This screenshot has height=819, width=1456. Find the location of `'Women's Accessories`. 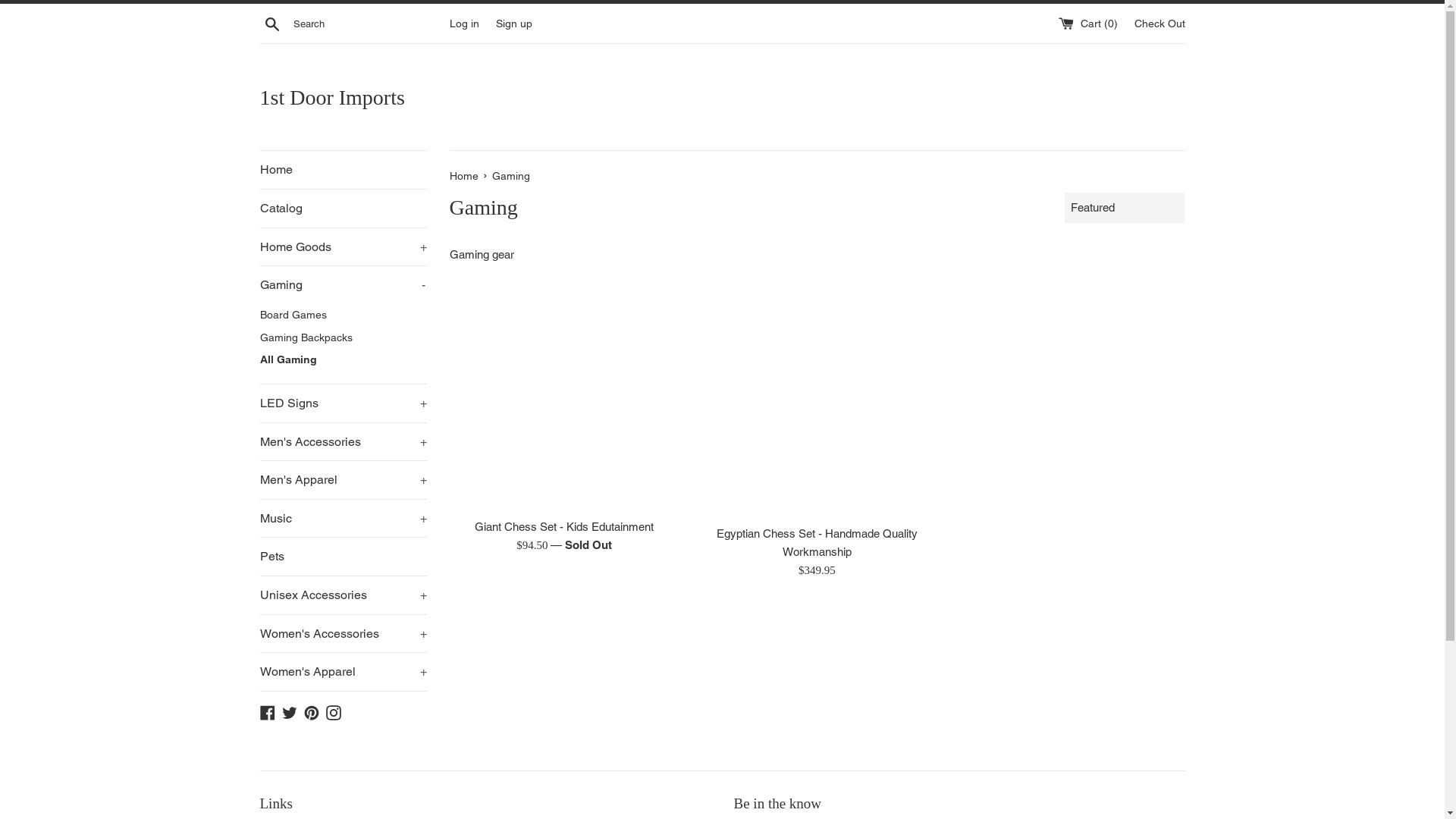

'Women's Accessories is located at coordinates (341, 634).